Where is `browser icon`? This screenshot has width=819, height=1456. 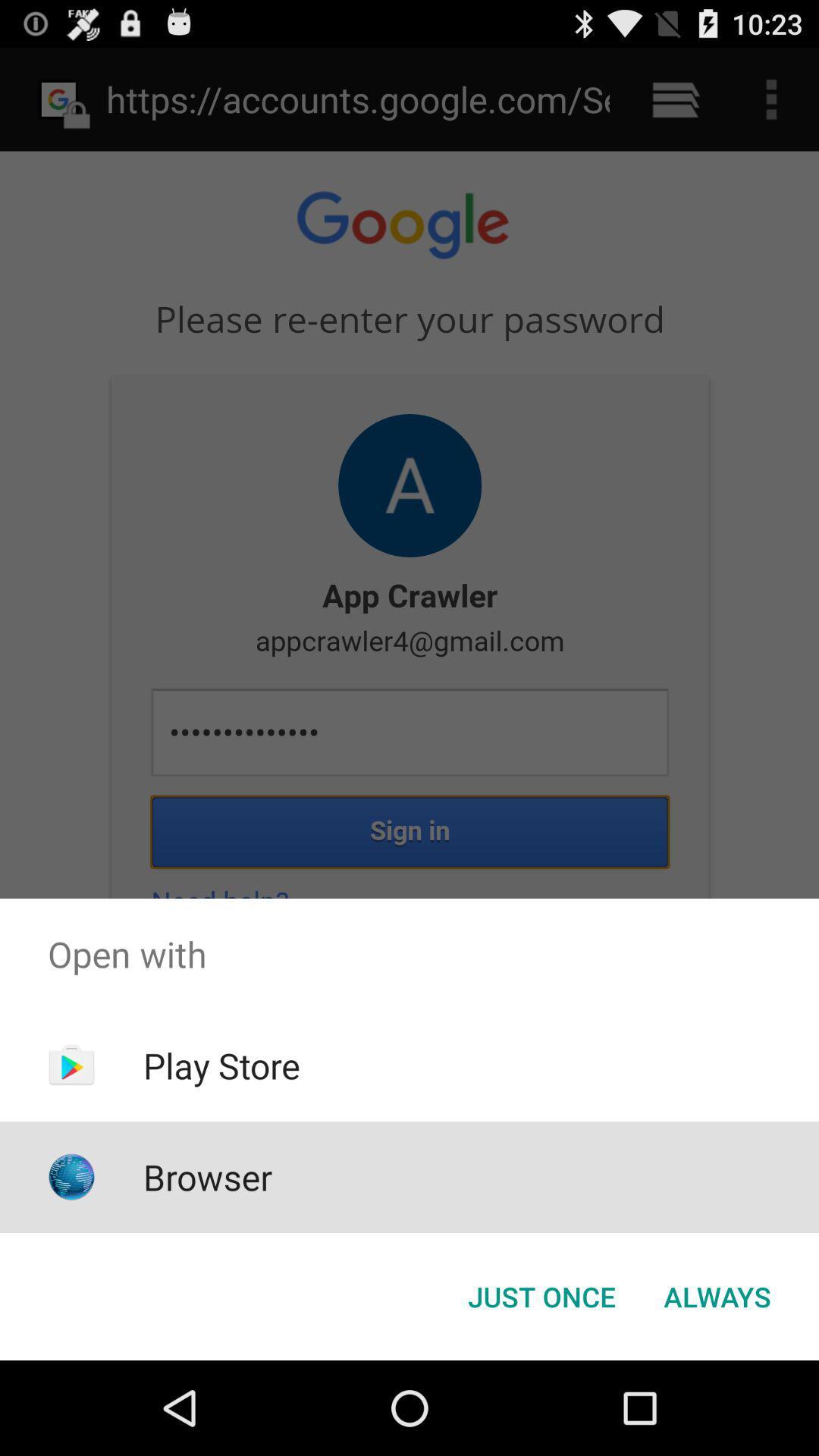 browser icon is located at coordinates (208, 1176).